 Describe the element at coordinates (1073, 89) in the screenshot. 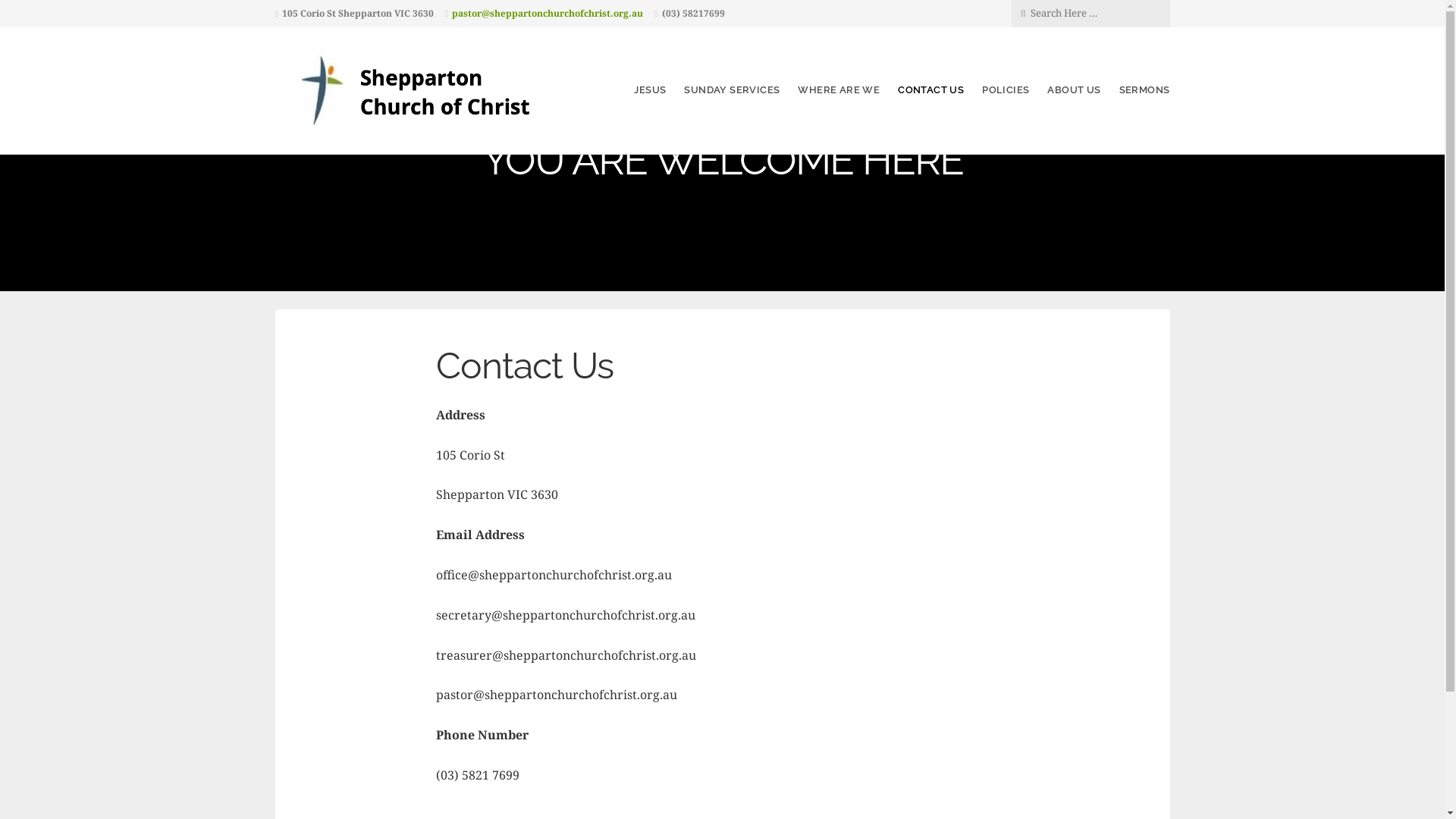

I see `'ABOUT US'` at that location.